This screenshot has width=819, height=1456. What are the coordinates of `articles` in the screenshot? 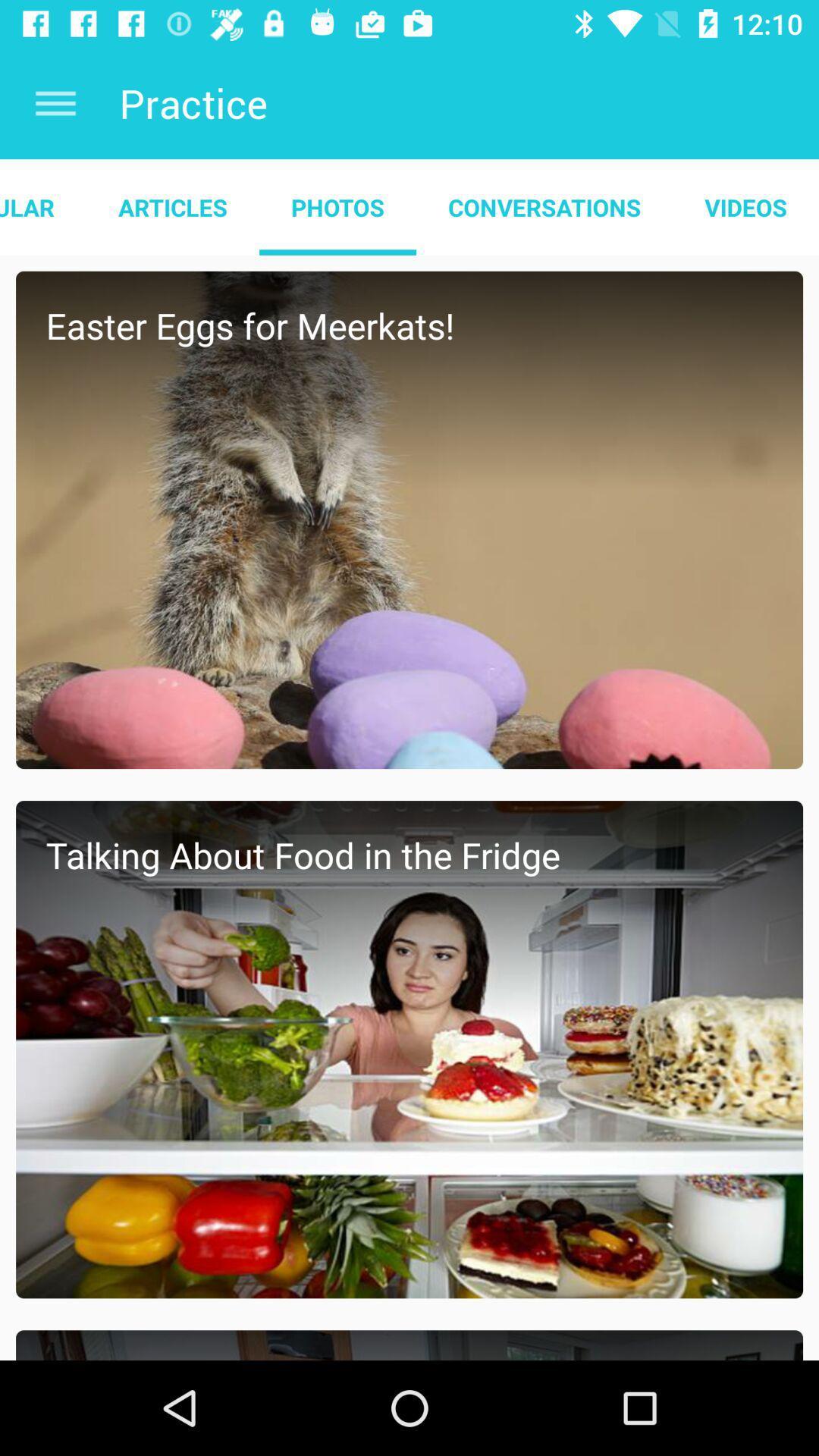 It's located at (171, 206).